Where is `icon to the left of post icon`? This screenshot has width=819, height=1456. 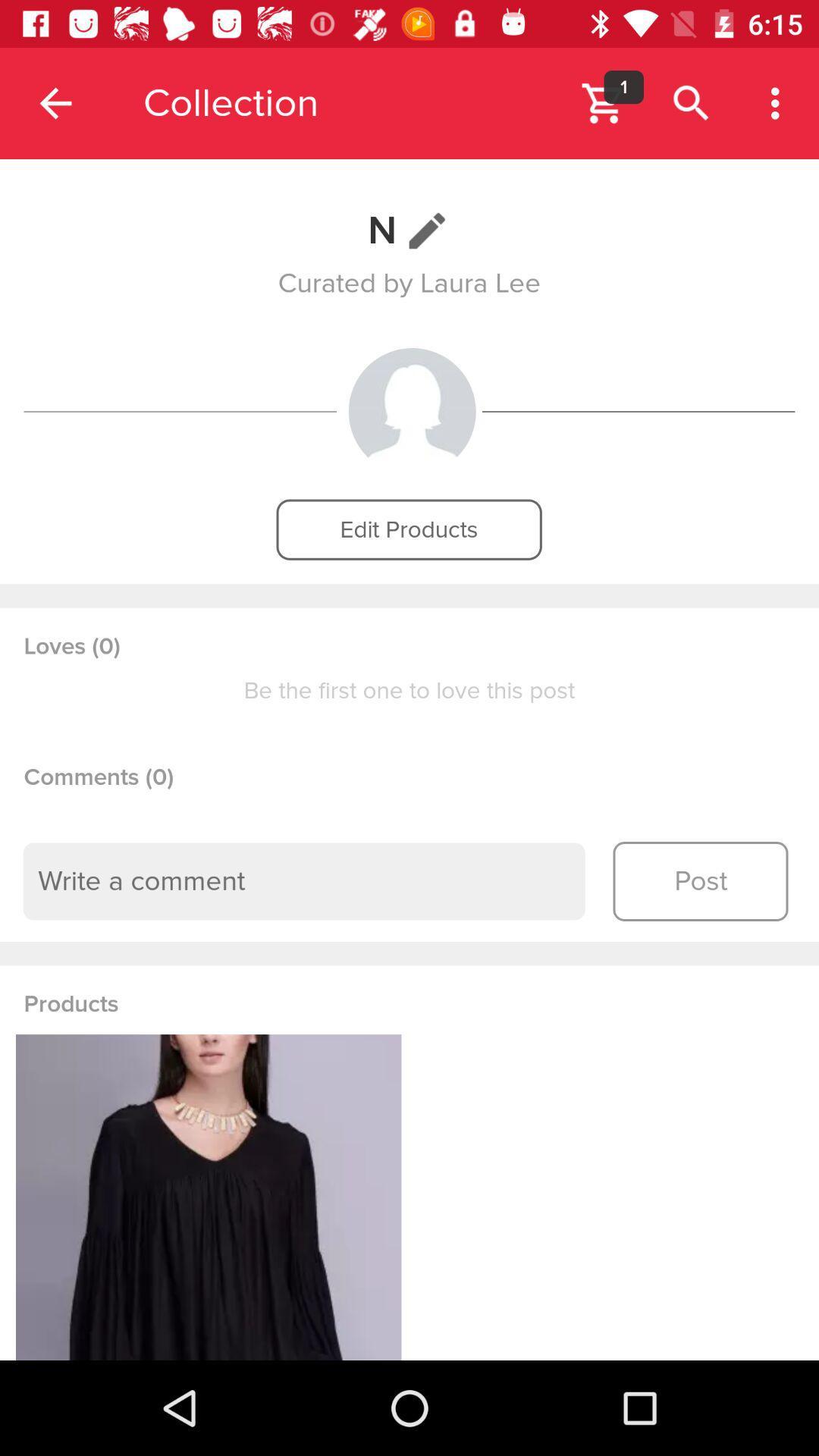 icon to the left of post icon is located at coordinates (304, 881).